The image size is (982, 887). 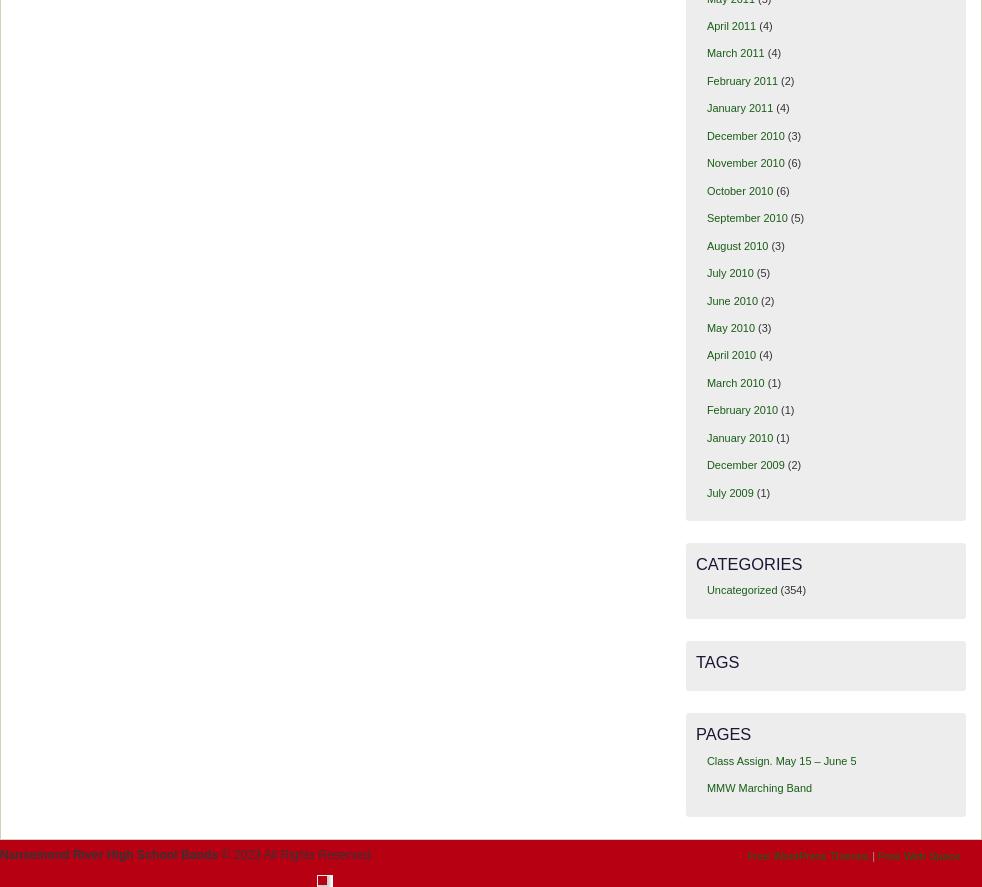 What do you see at coordinates (728, 272) in the screenshot?
I see `'July 2010'` at bounding box center [728, 272].